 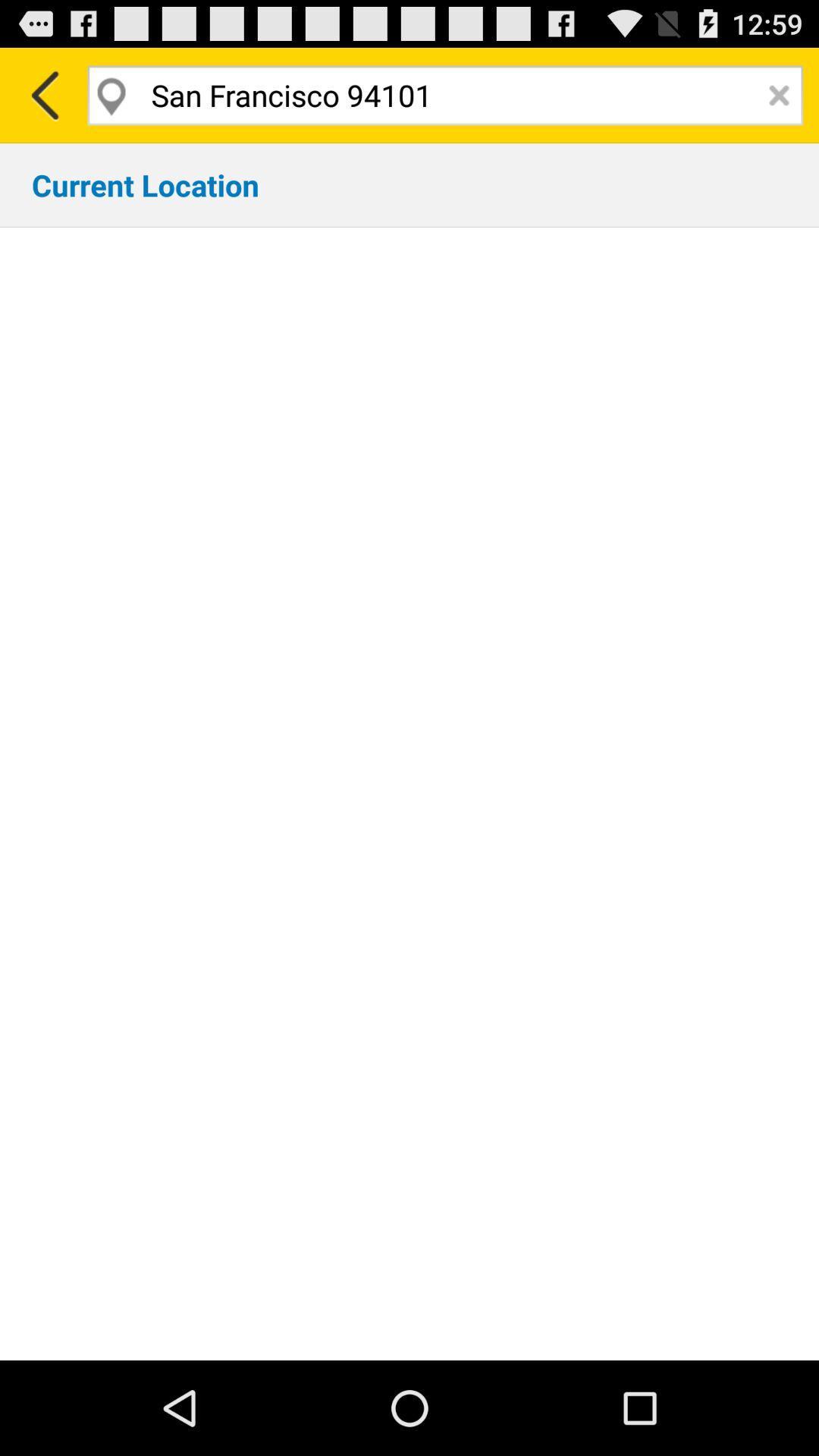 What do you see at coordinates (779, 101) in the screenshot?
I see `the close icon` at bounding box center [779, 101].